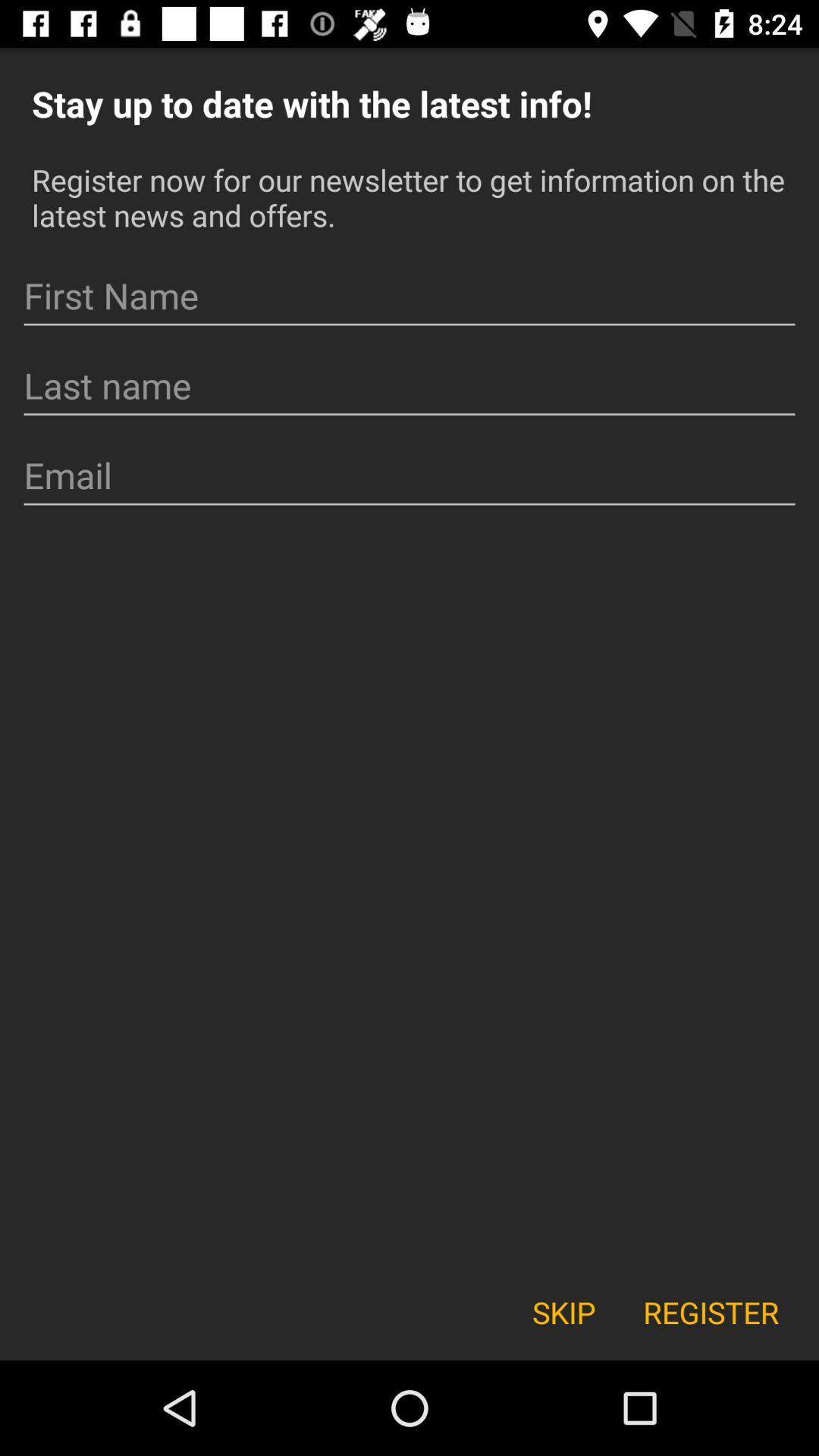 This screenshot has width=819, height=1456. What do you see at coordinates (563, 1312) in the screenshot?
I see `icon to the left of register item` at bounding box center [563, 1312].